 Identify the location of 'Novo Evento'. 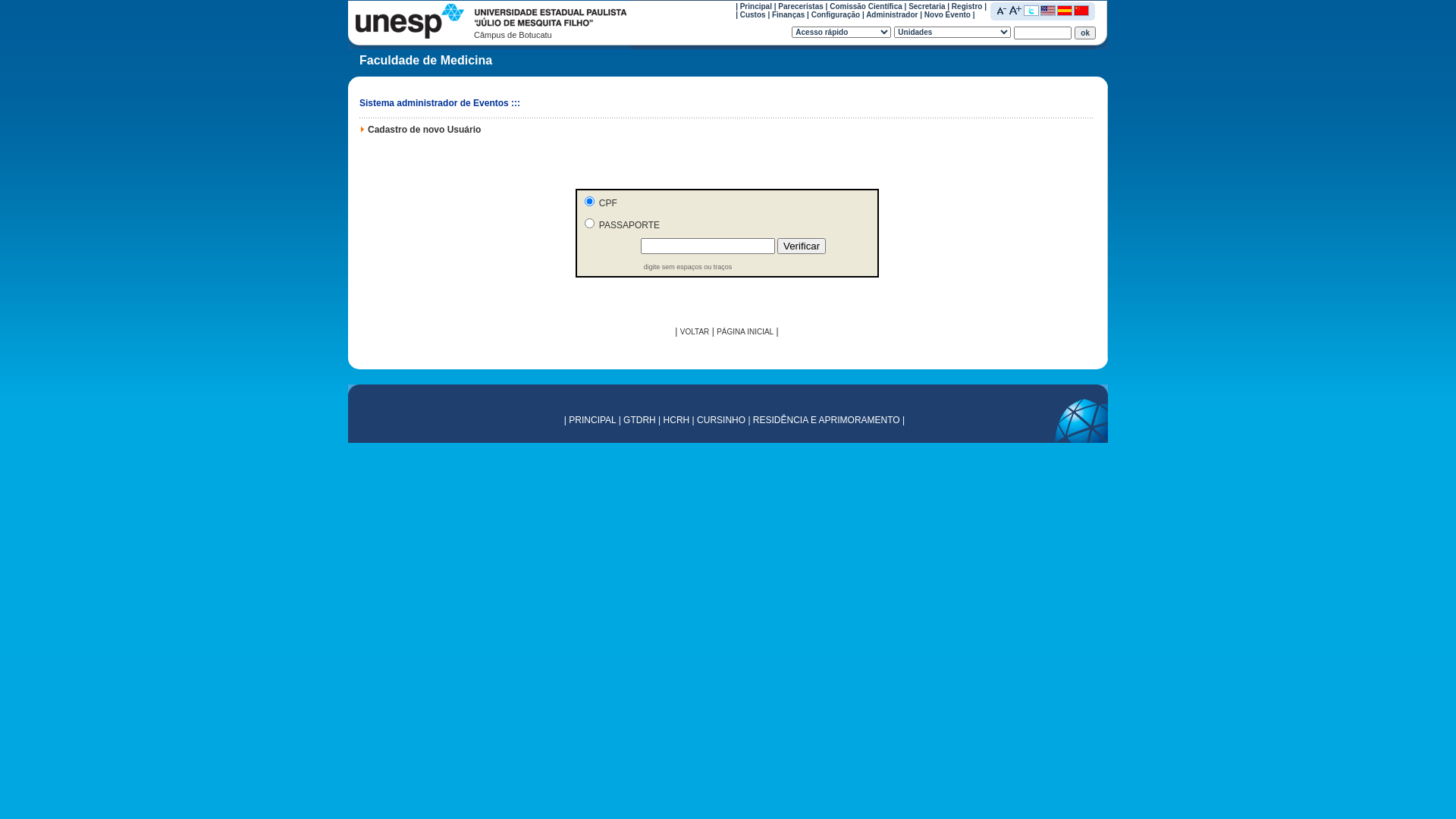
(946, 14).